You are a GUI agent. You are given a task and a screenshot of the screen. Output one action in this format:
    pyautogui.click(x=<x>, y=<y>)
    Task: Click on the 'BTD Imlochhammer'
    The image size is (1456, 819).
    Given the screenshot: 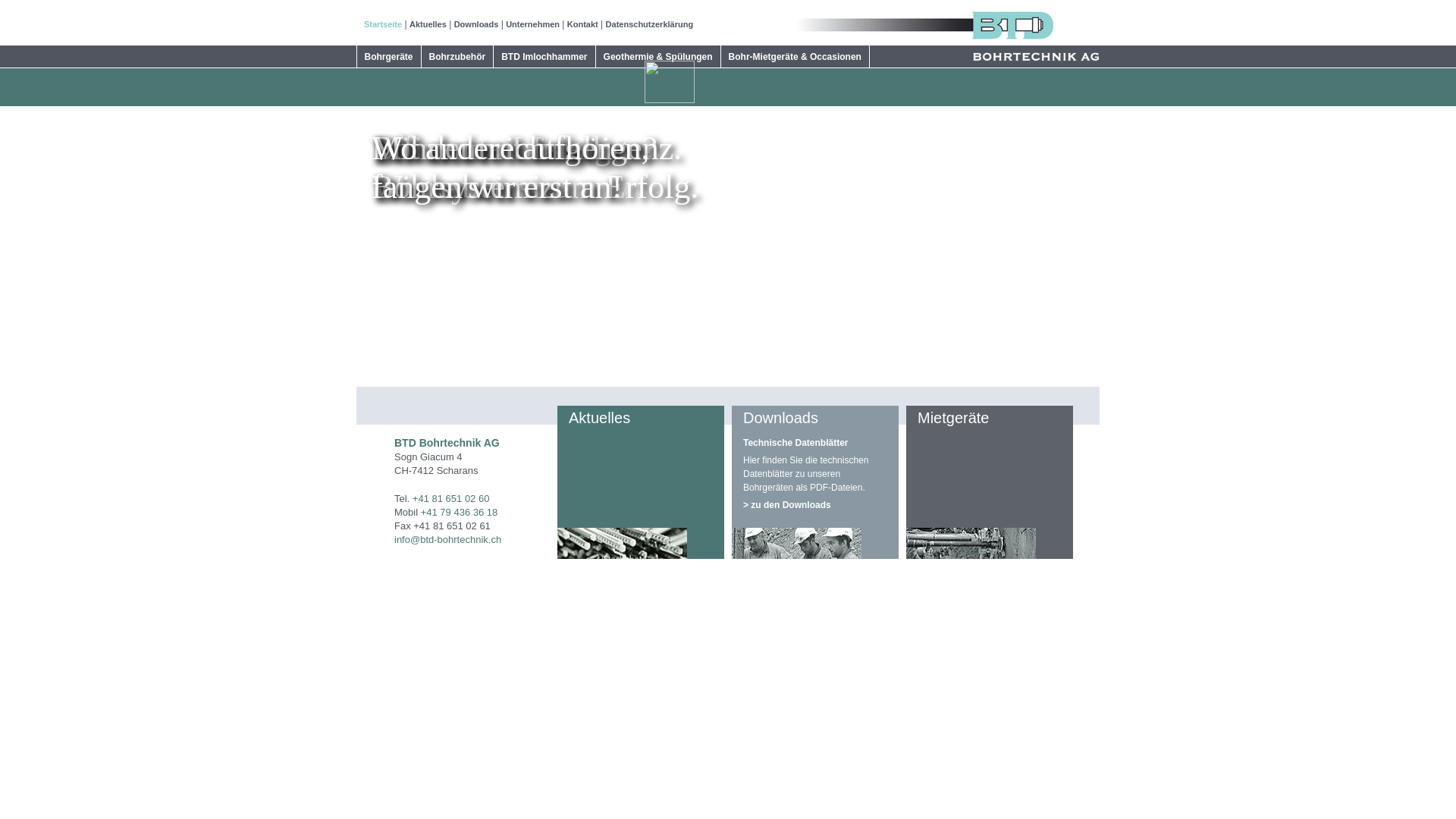 What is the action you would take?
    pyautogui.click(x=544, y=55)
    